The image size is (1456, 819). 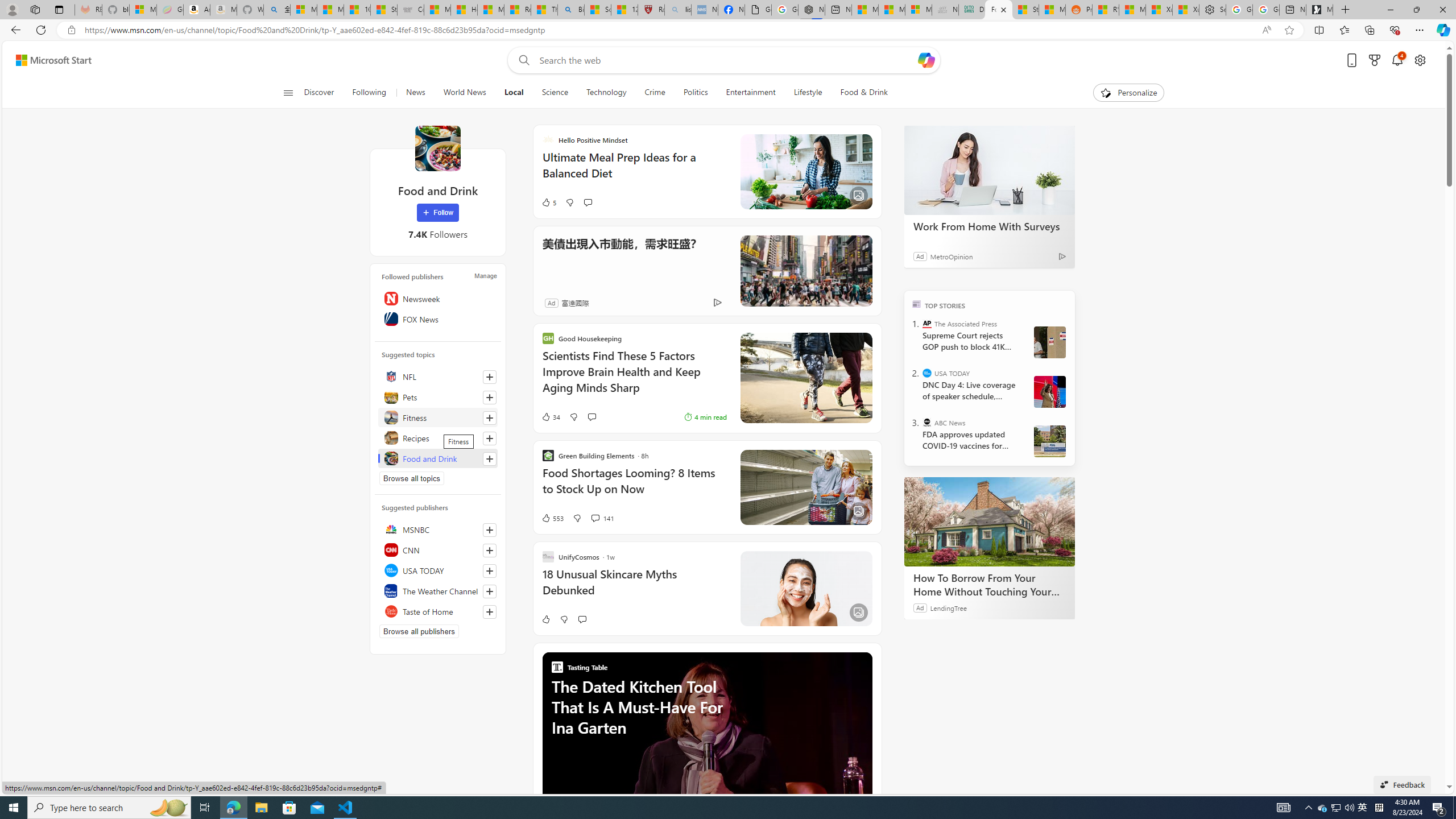 I want to click on 'Google Analytics Opt-out Browser Add-on Download Page', so click(x=758, y=9).